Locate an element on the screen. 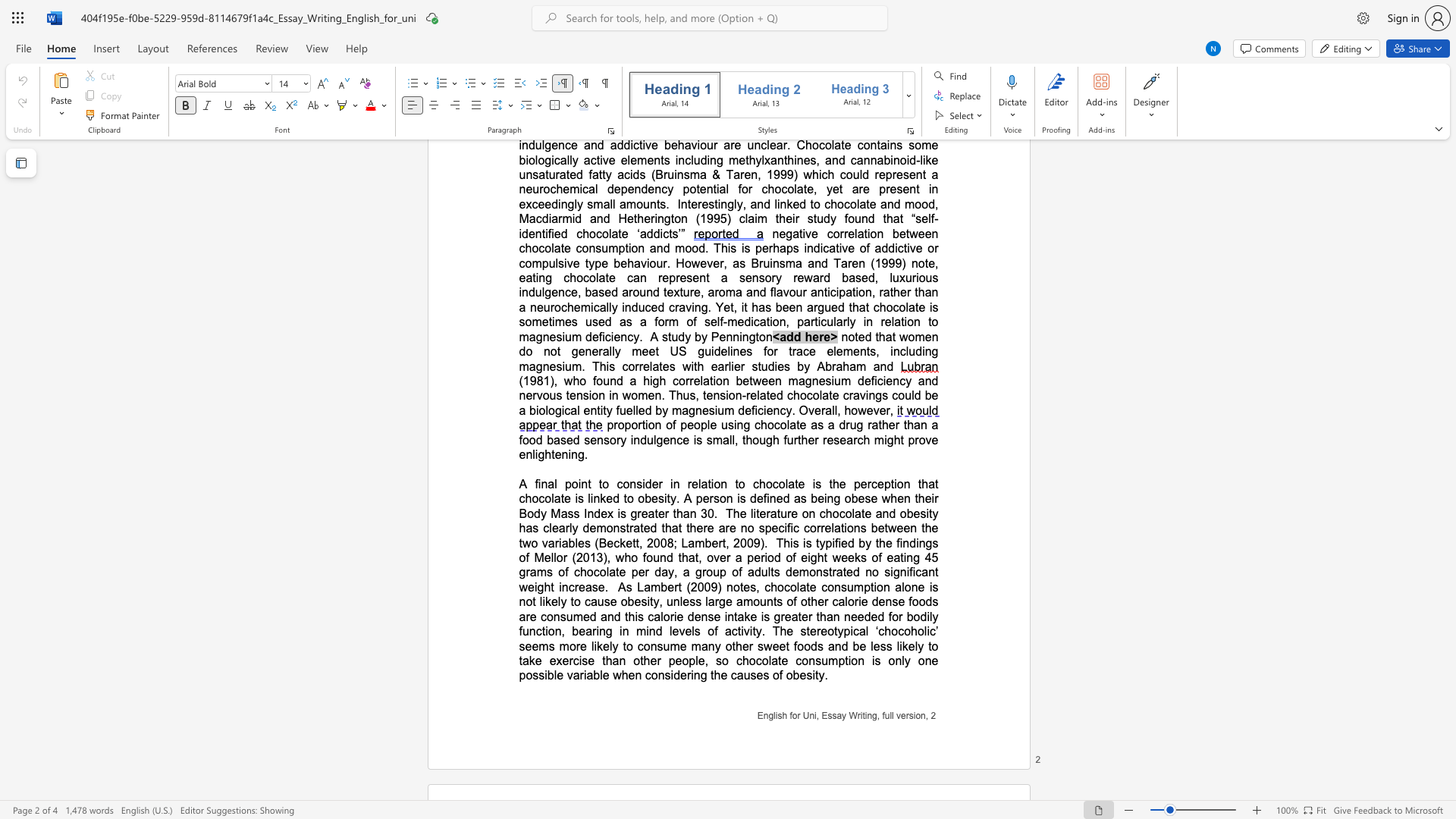  the subset text "mounts" within the text "large amounts" is located at coordinates (742, 601).